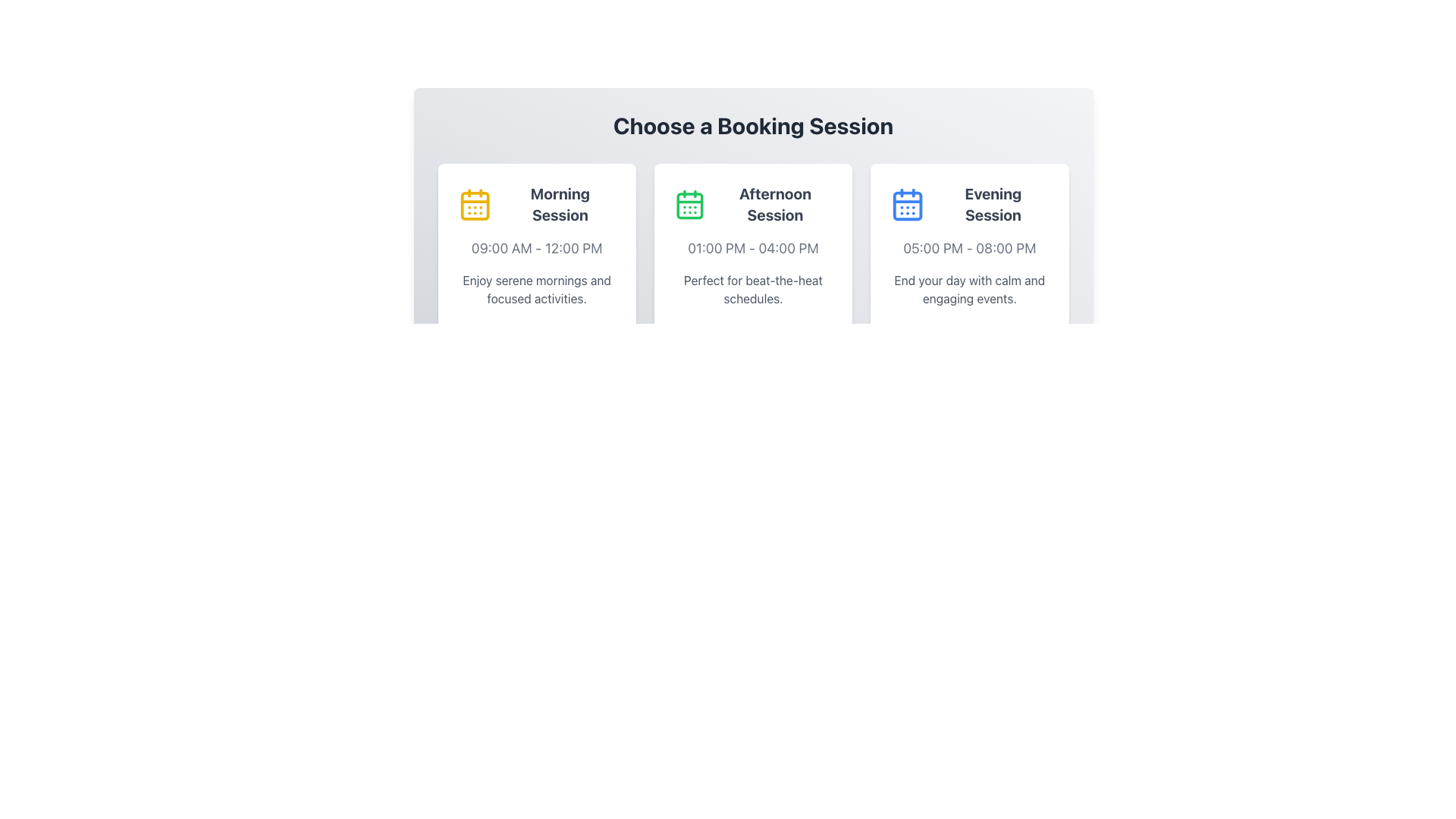  I want to click on the descriptive text element located in the rightmost card under 'Evening Session', which is positioned directly below the time range '05:00 PM - 08:00 PM', so click(968, 289).